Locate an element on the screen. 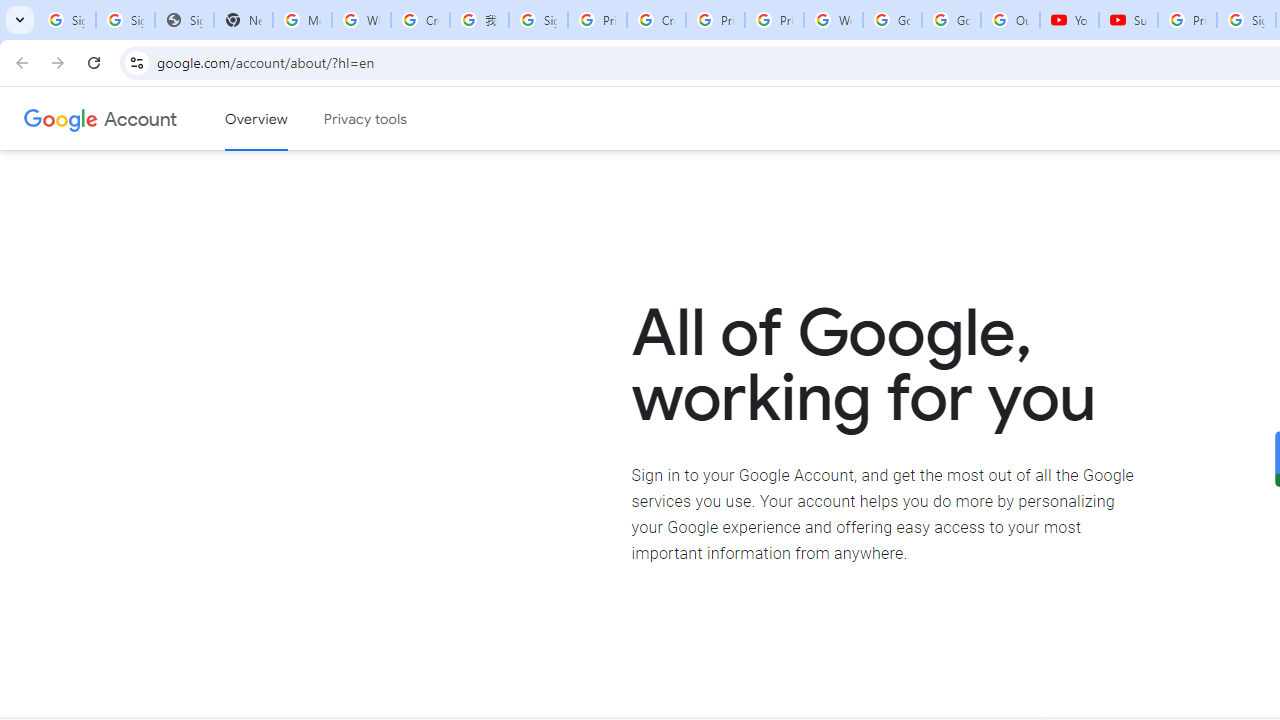 The image size is (1280, 720). 'Privacy tools' is located at coordinates (366, 119).